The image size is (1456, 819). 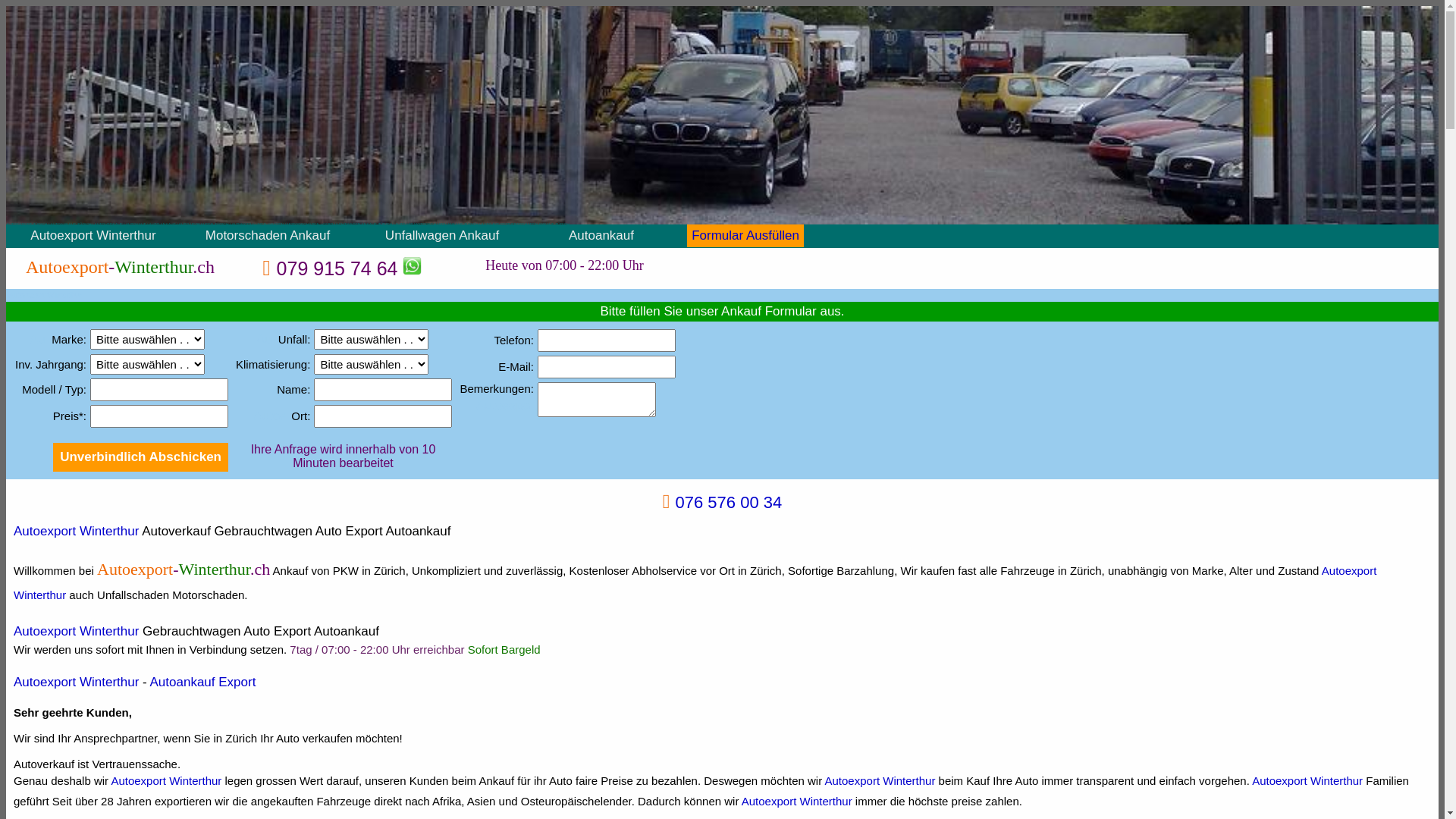 What do you see at coordinates (204, 235) in the screenshot?
I see `'Motorschaden Ankauf'` at bounding box center [204, 235].